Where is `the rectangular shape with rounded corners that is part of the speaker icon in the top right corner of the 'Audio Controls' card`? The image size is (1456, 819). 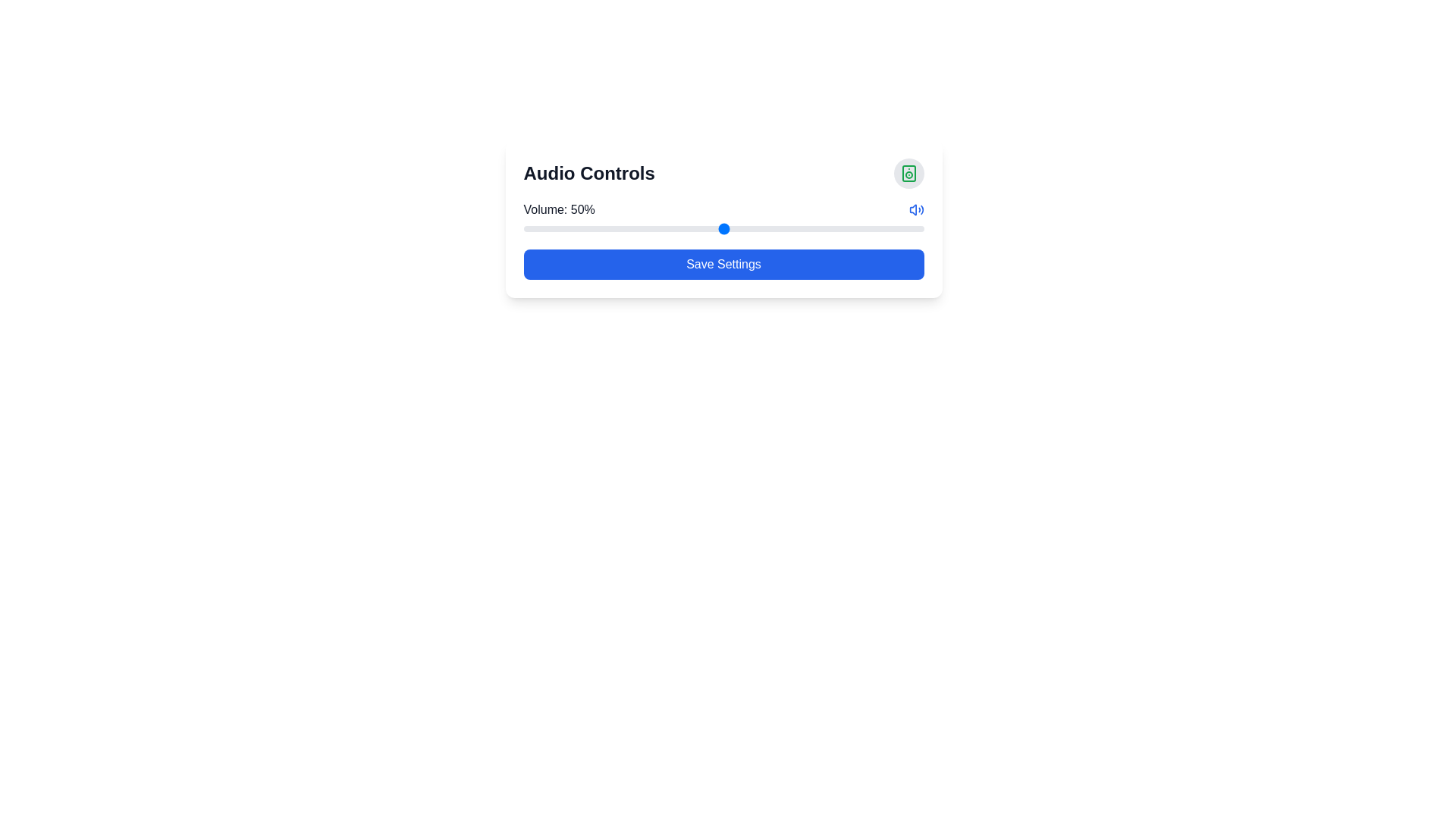
the rectangular shape with rounded corners that is part of the speaker icon in the top right corner of the 'Audio Controls' card is located at coordinates (908, 172).